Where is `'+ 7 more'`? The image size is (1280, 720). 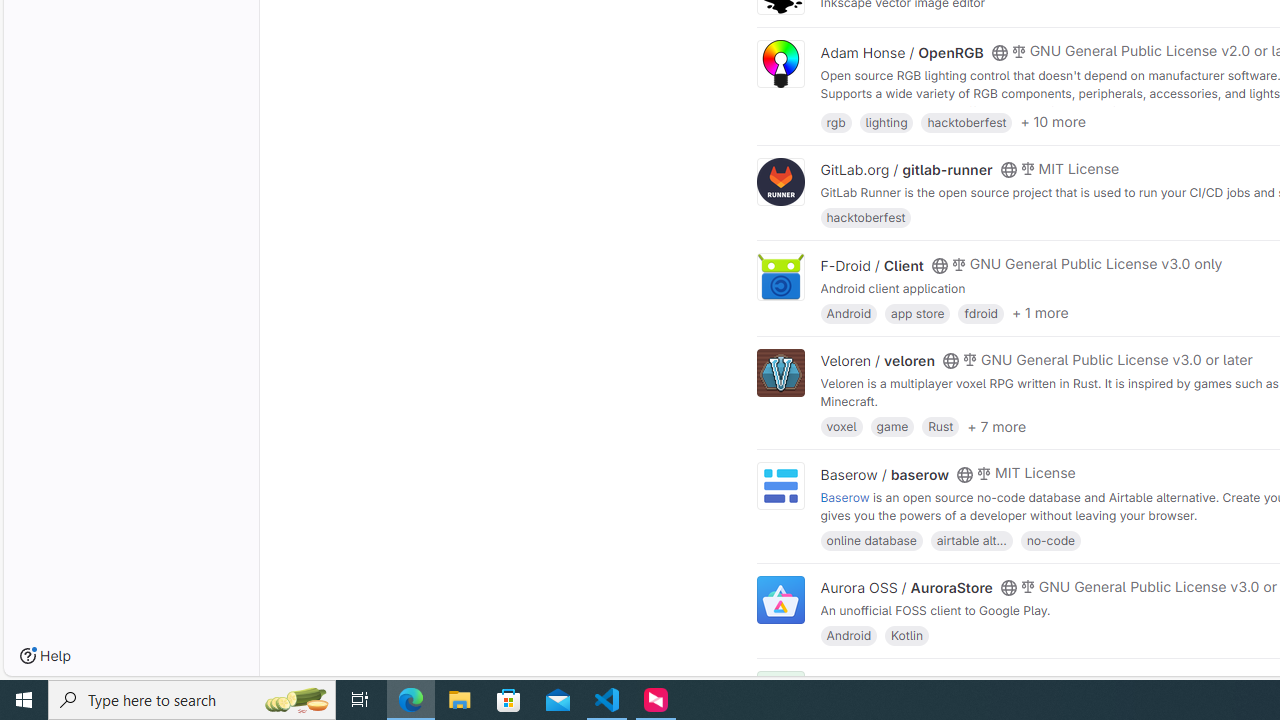
'+ 7 more' is located at coordinates (996, 424).